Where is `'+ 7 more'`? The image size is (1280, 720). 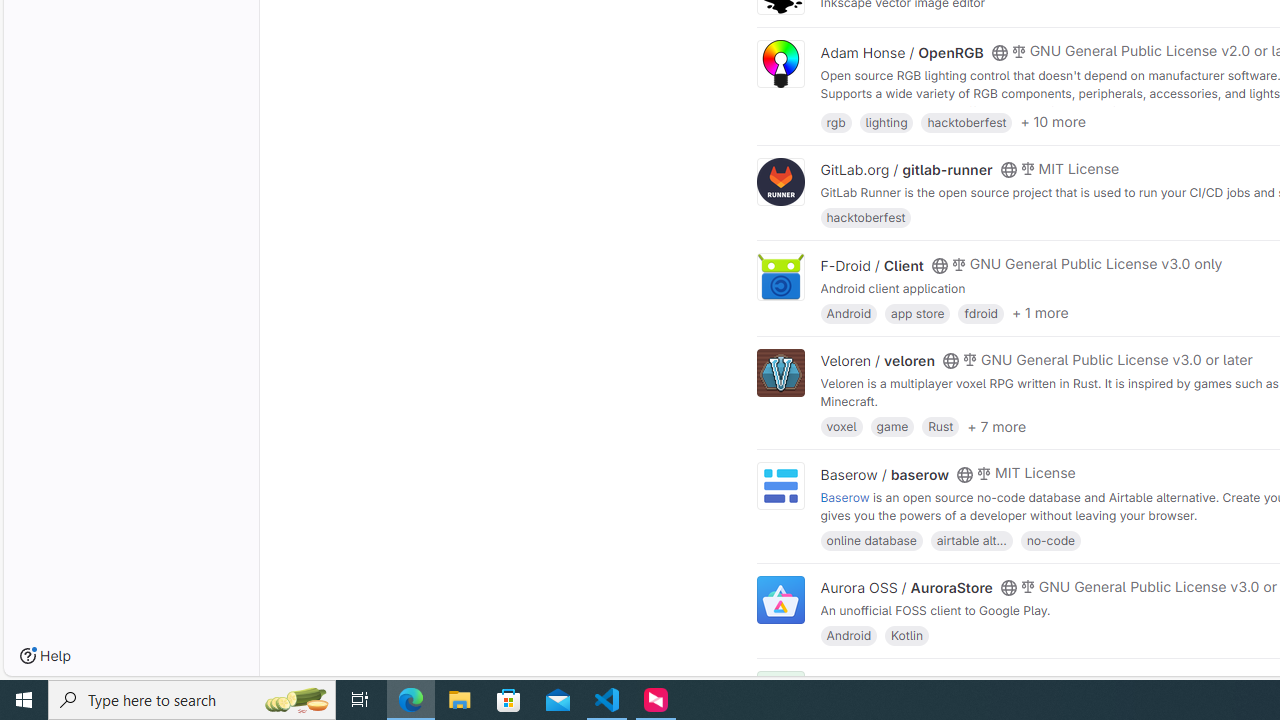
'+ 7 more' is located at coordinates (996, 424).